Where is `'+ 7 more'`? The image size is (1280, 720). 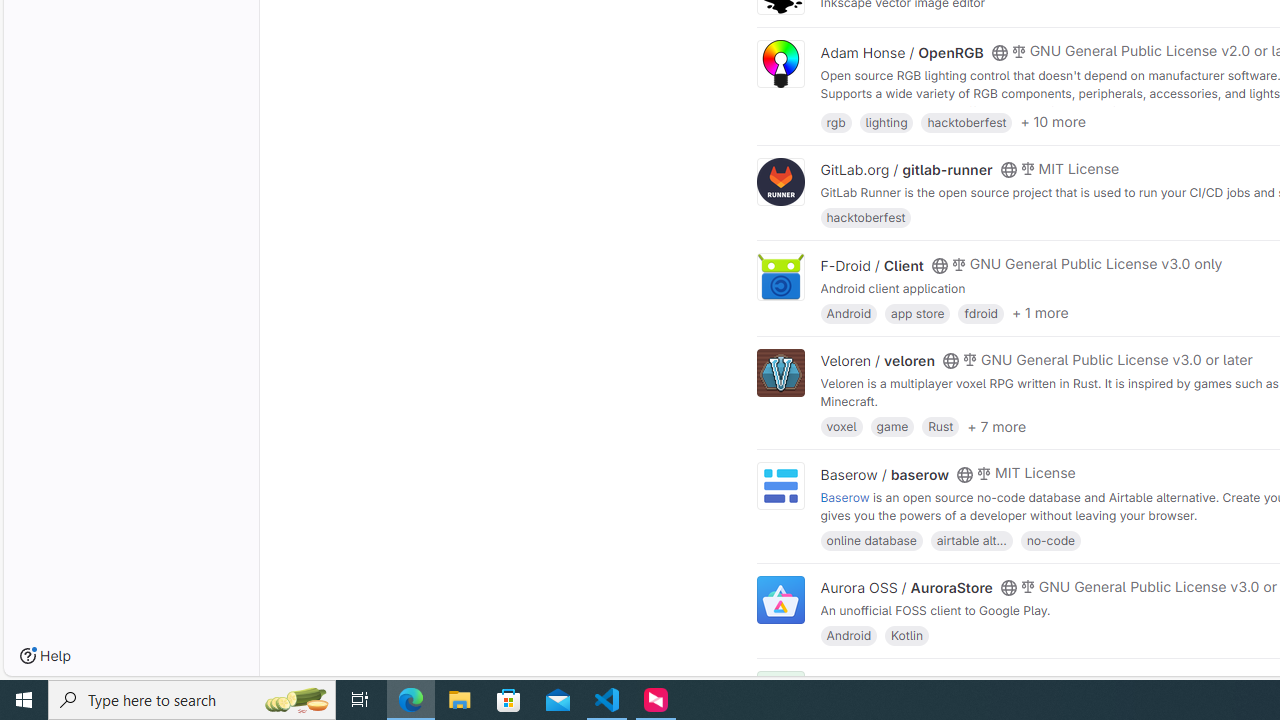
'+ 7 more' is located at coordinates (996, 424).